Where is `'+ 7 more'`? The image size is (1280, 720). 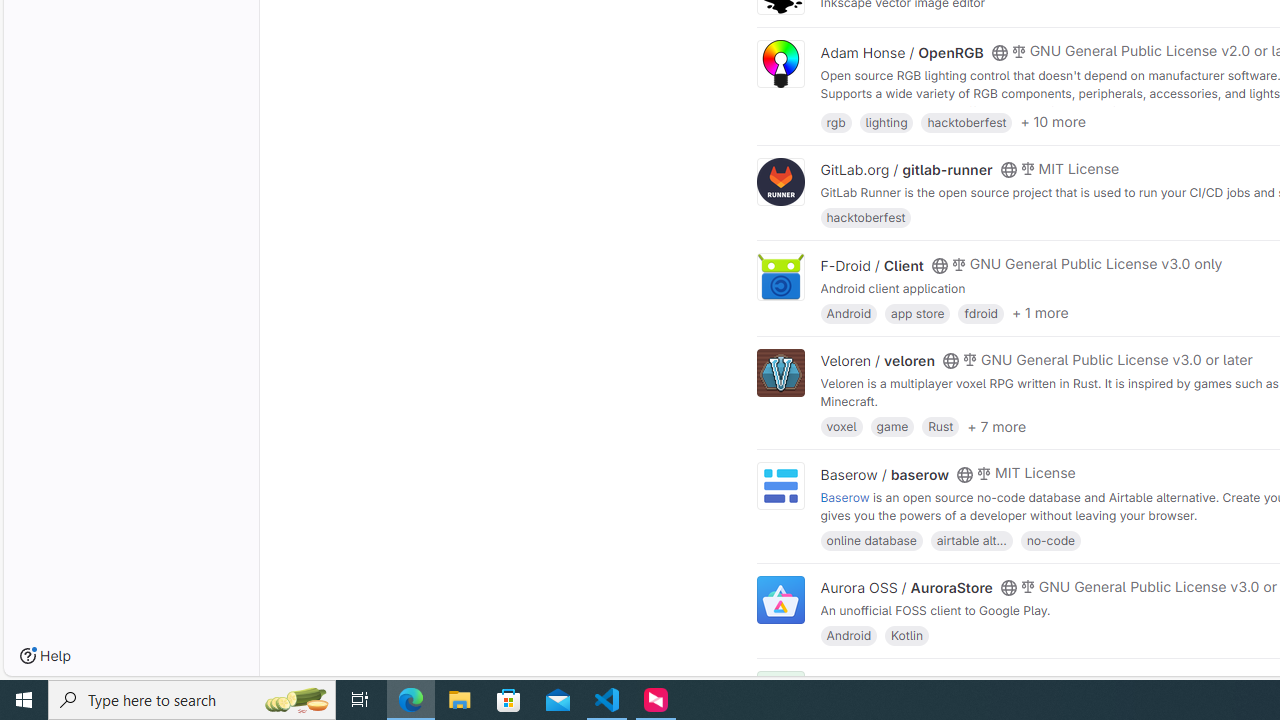
'+ 7 more' is located at coordinates (996, 424).